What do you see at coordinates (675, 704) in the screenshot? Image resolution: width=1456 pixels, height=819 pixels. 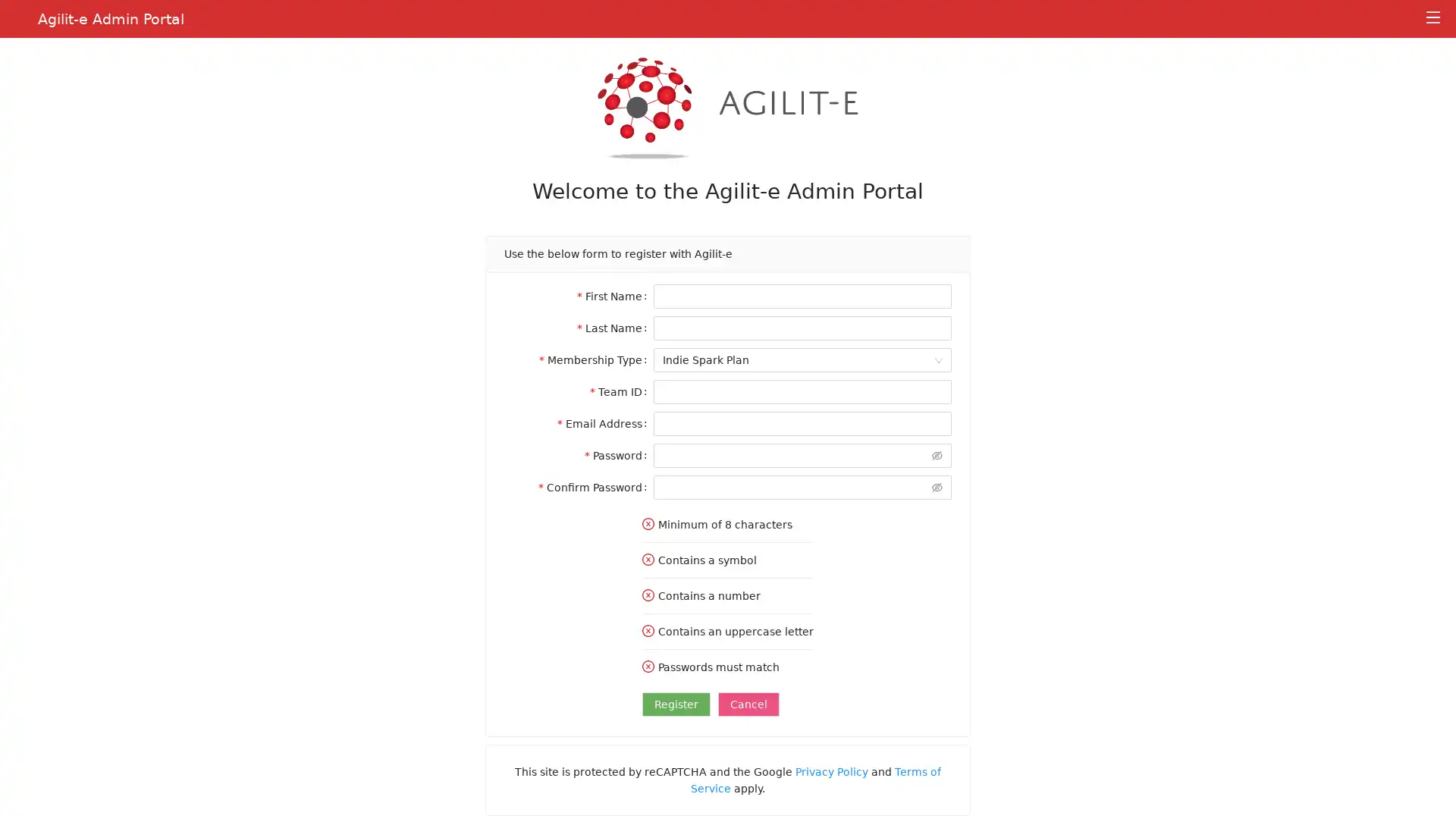 I see `Register` at bounding box center [675, 704].